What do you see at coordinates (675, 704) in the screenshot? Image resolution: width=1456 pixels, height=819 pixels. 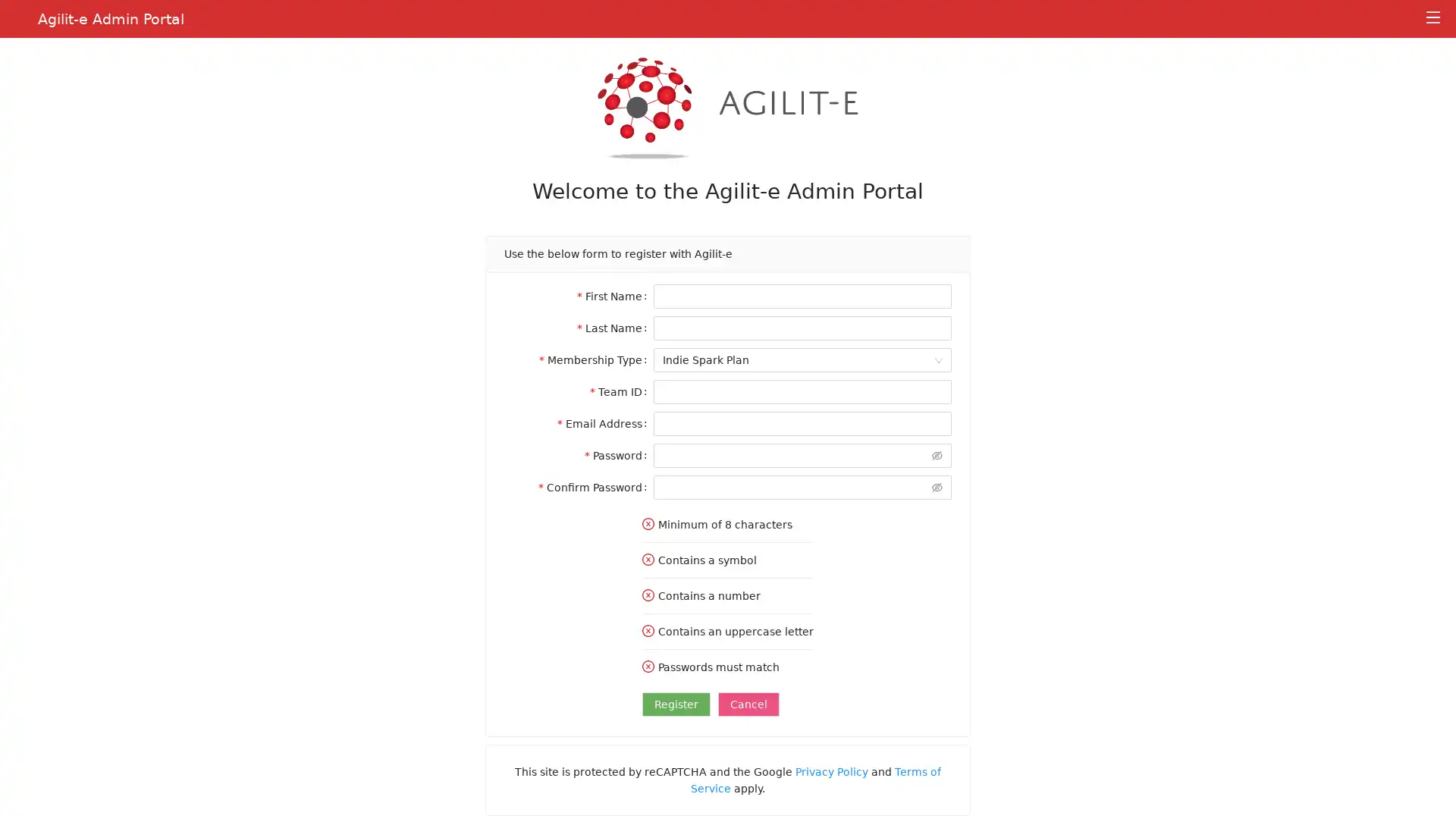 I see `Register` at bounding box center [675, 704].